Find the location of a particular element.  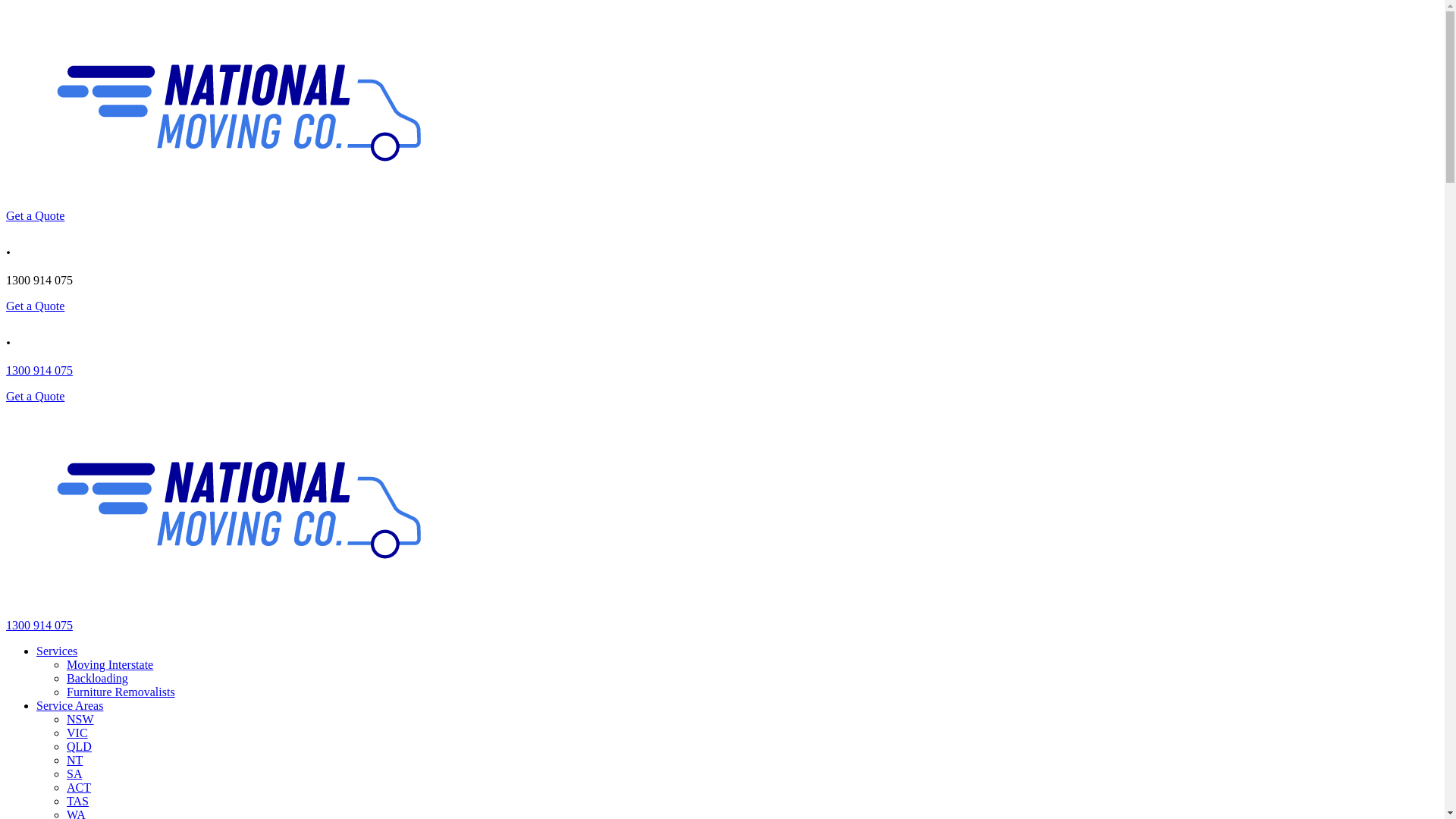

'TAS' is located at coordinates (77, 800).